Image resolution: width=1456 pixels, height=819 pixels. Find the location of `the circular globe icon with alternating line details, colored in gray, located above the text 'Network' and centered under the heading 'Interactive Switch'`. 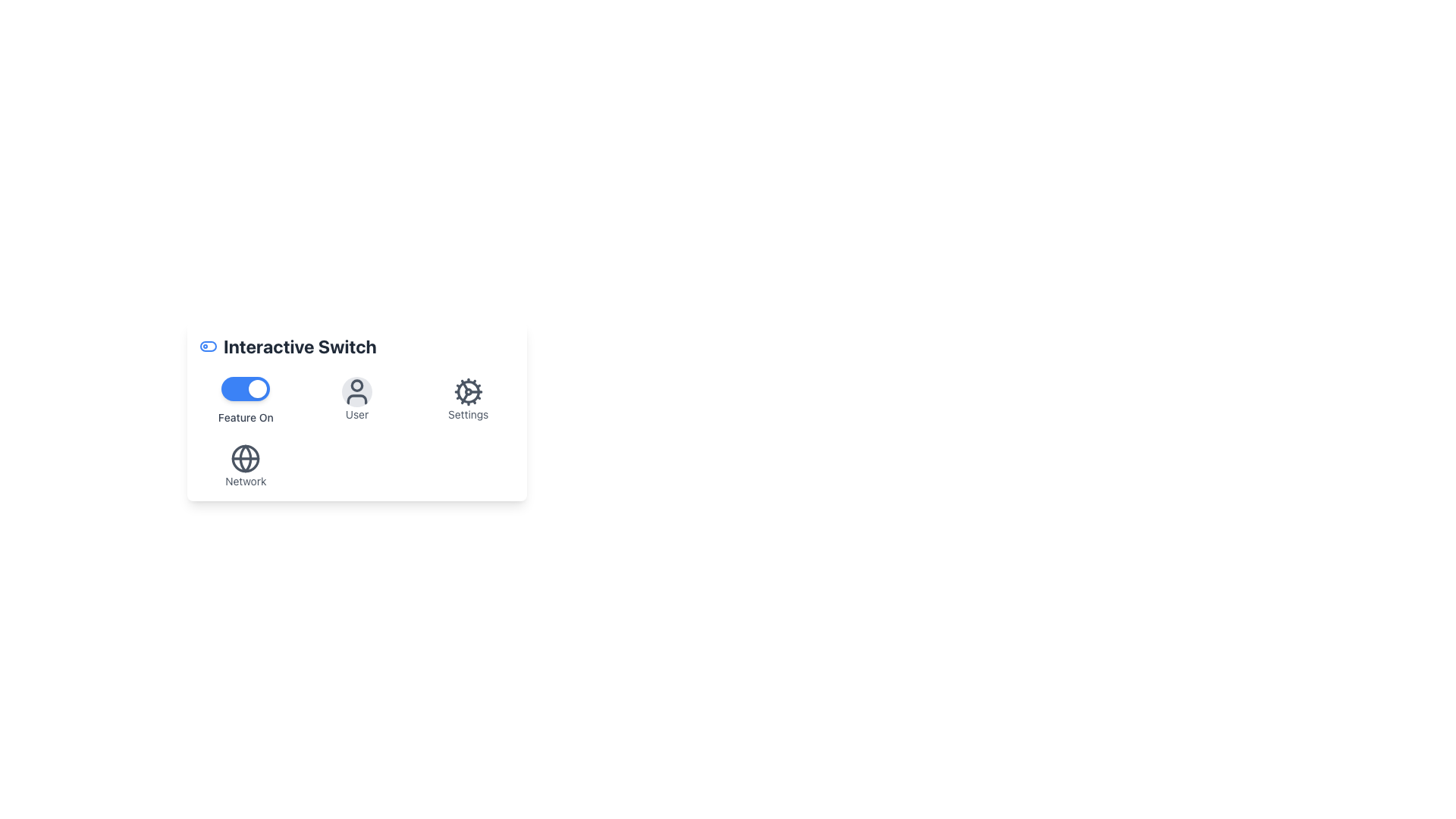

the circular globe icon with alternating line details, colored in gray, located above the text 'Network' and centered under the heading 'Interactive Switch' is located at coordinates (246, 458).